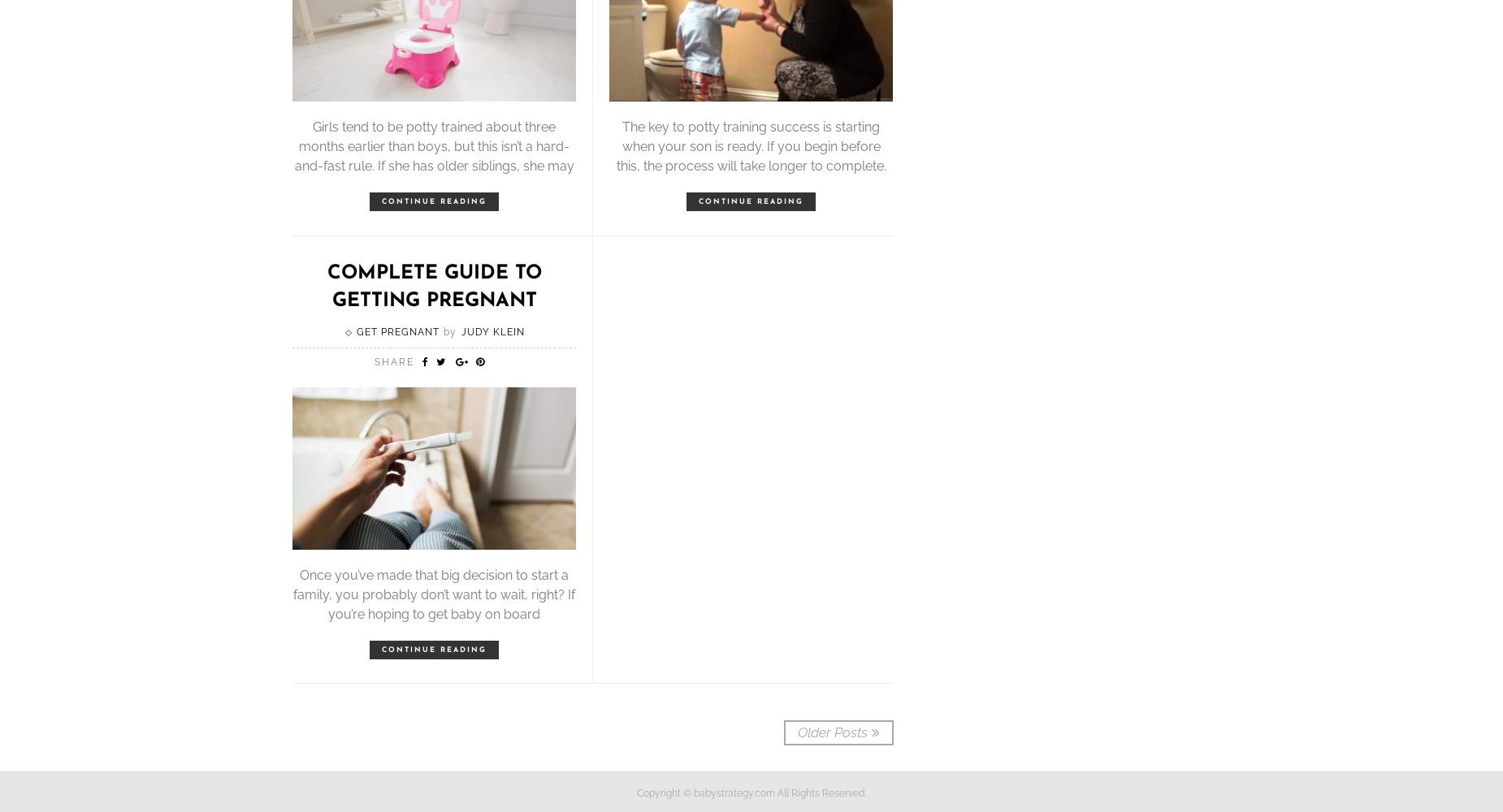 The image size is (1503, 812). Describe the element at coordinates (293, 145) in the screenshot. I see `'Girls tend to be potty trained about three months earlier than boys, but this isn’t a hard-and-fast rule. If she has older siblings, she may'` at that location.